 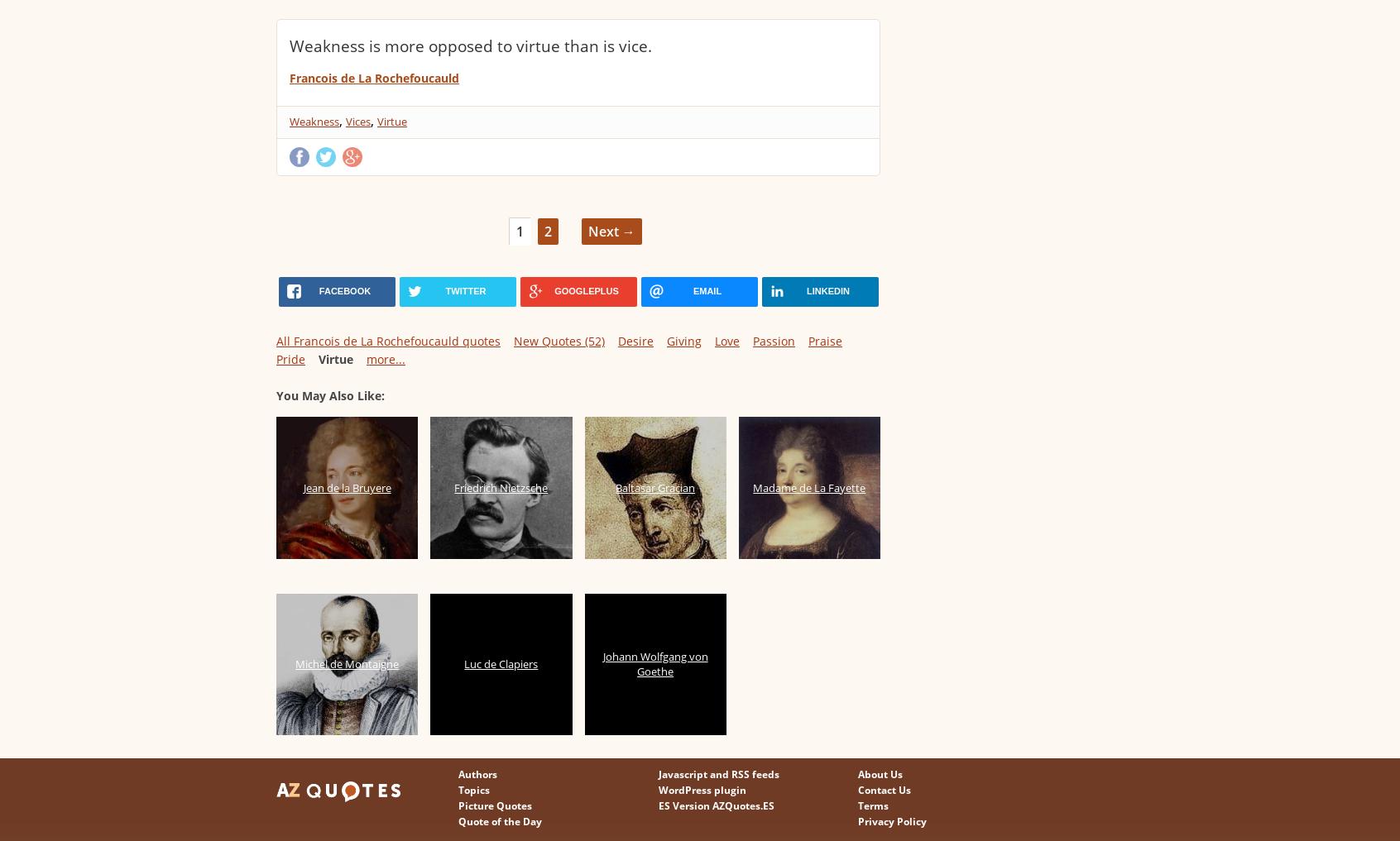 What do you see at coordinates (655, 486) in the screenshot?
I see `'Baltasar Gracian'` at bounding box center [655, 486].